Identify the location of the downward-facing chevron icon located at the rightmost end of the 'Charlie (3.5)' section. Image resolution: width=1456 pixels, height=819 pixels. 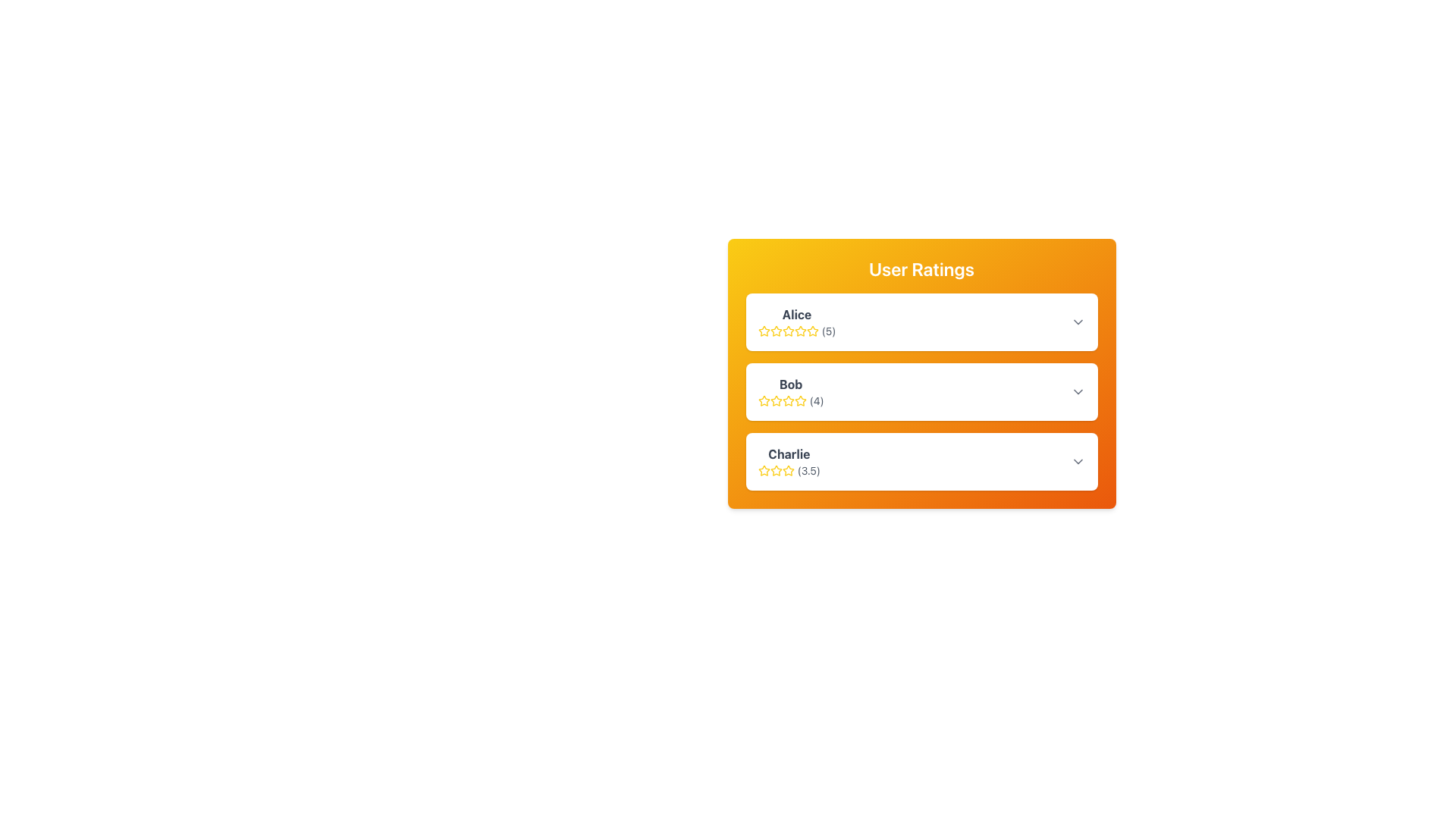
(1077, 461).